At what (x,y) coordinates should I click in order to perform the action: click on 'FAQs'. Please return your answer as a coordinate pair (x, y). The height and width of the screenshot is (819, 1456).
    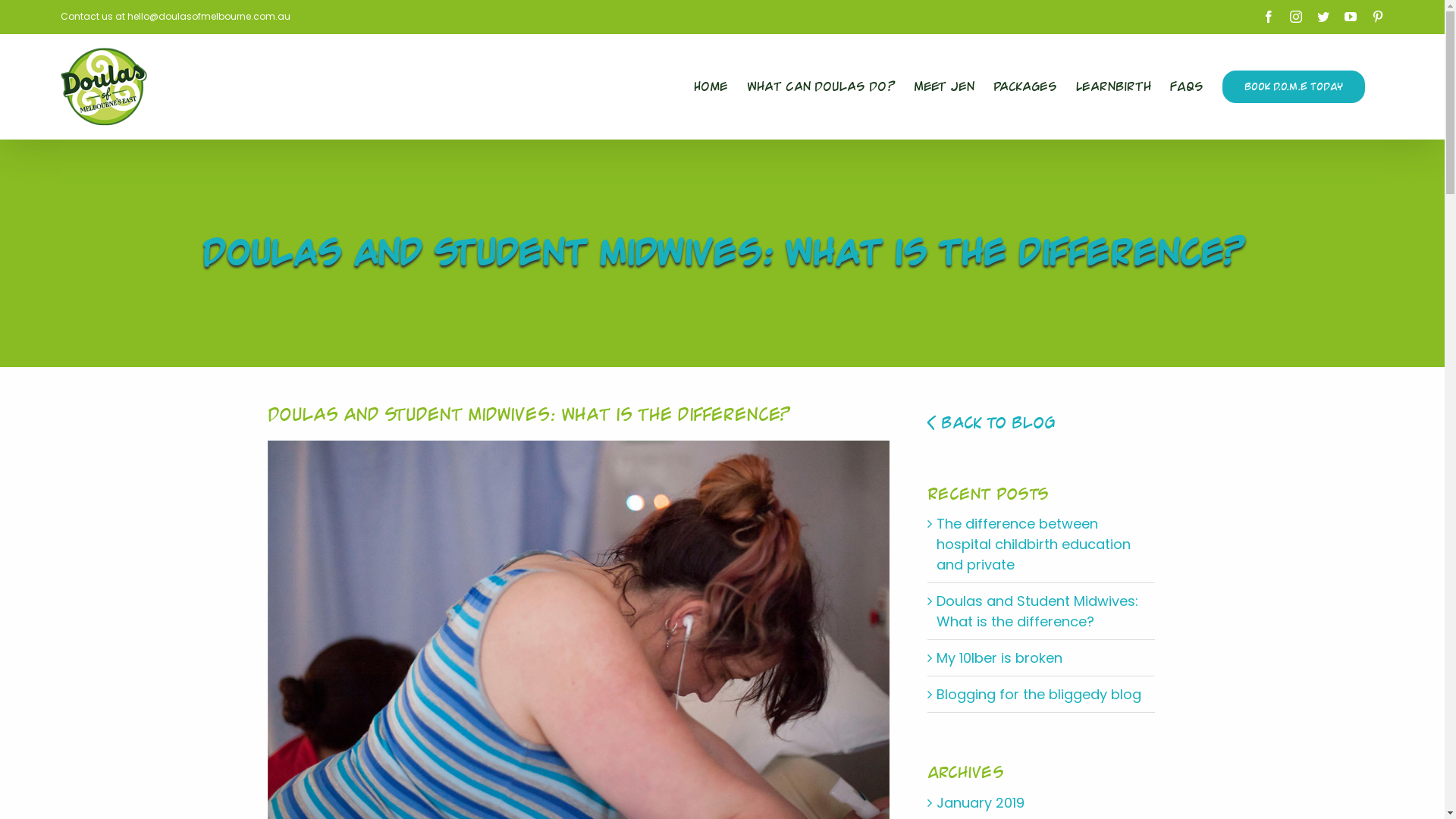
    Looking at the image, I should click on (1185, 86).